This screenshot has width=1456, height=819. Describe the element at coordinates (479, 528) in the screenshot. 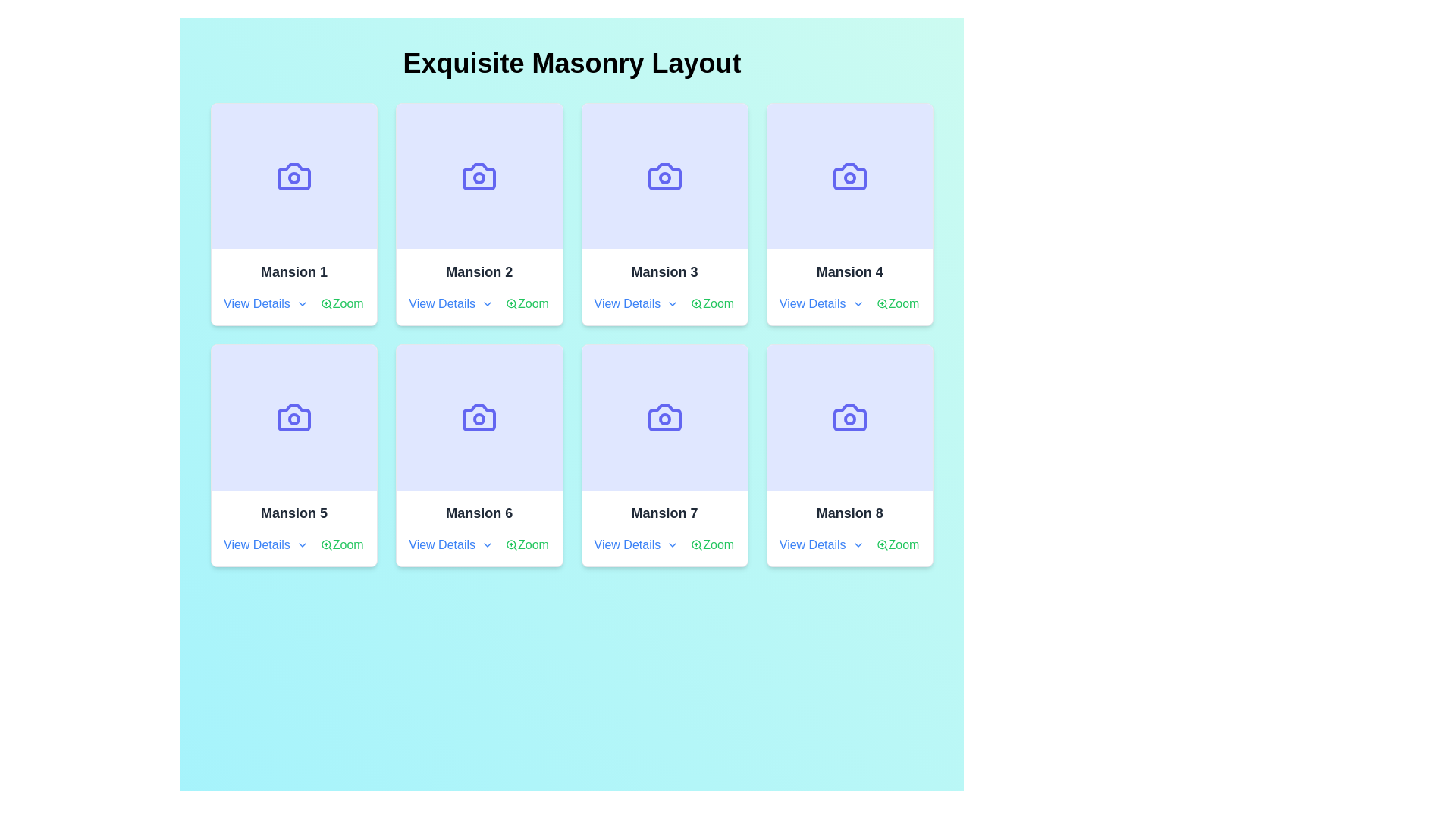

I see `the 'View Details' link located within the 'Mansion 6' card` at that location.